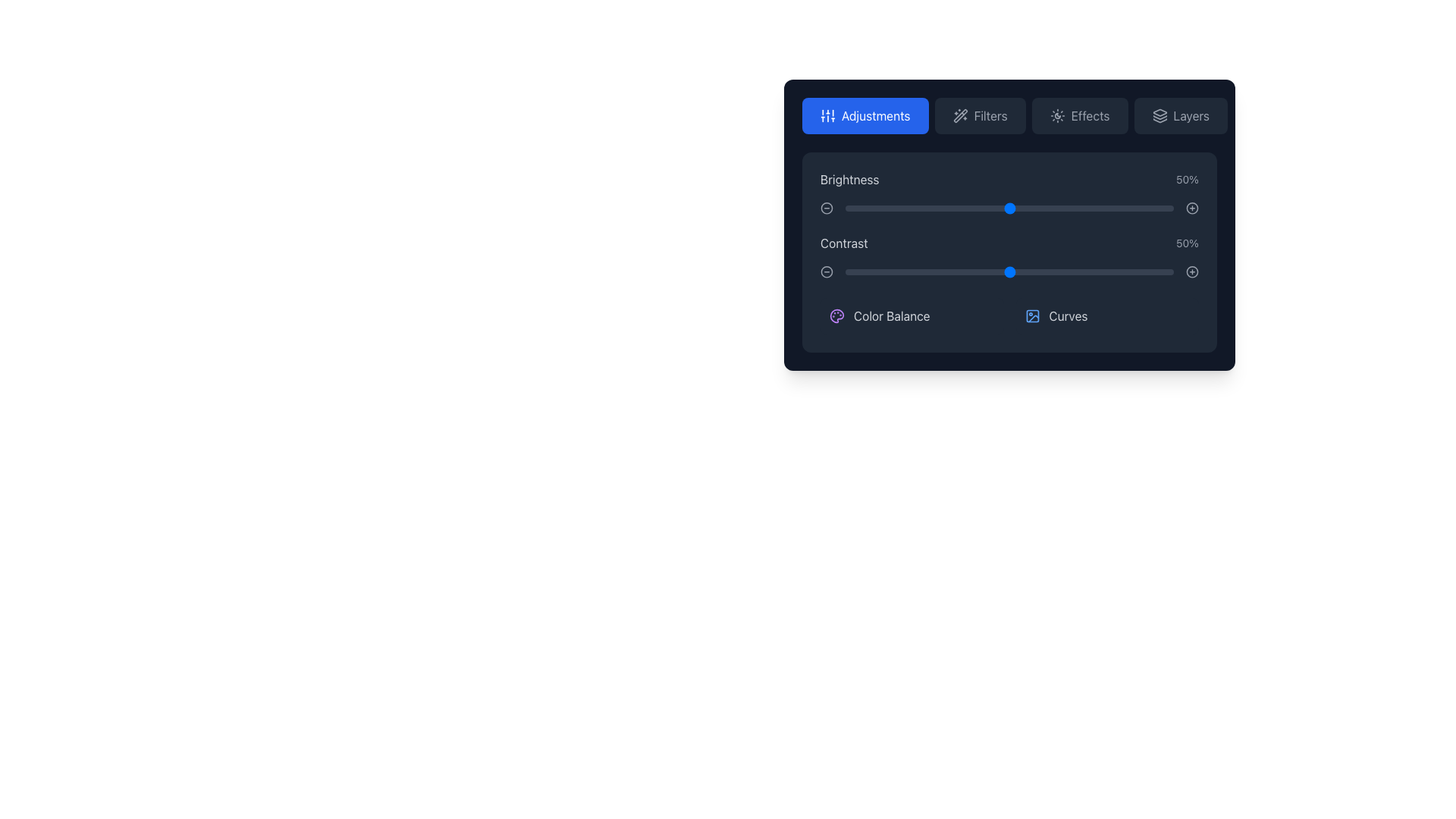  What do you see at coordinates (920, 271) in the screenshot?
I see `contrast` at bounding box center [920, 271].